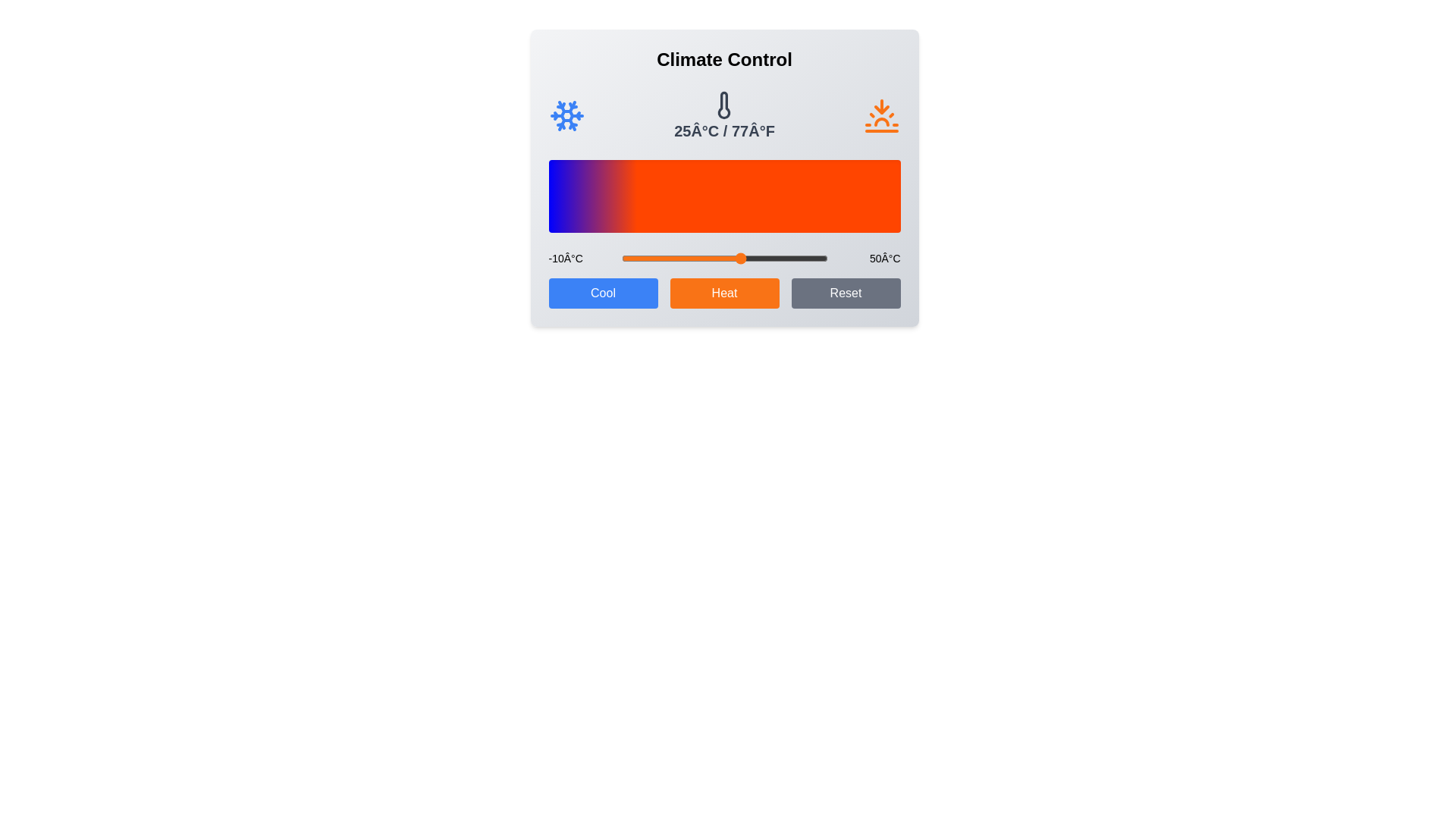 This screenshot has height=819, width=1456. Describe the element at coordinates (710, 257) in the screenshot. I see `the temperature slider to 16 degrees Celsius` at that location.